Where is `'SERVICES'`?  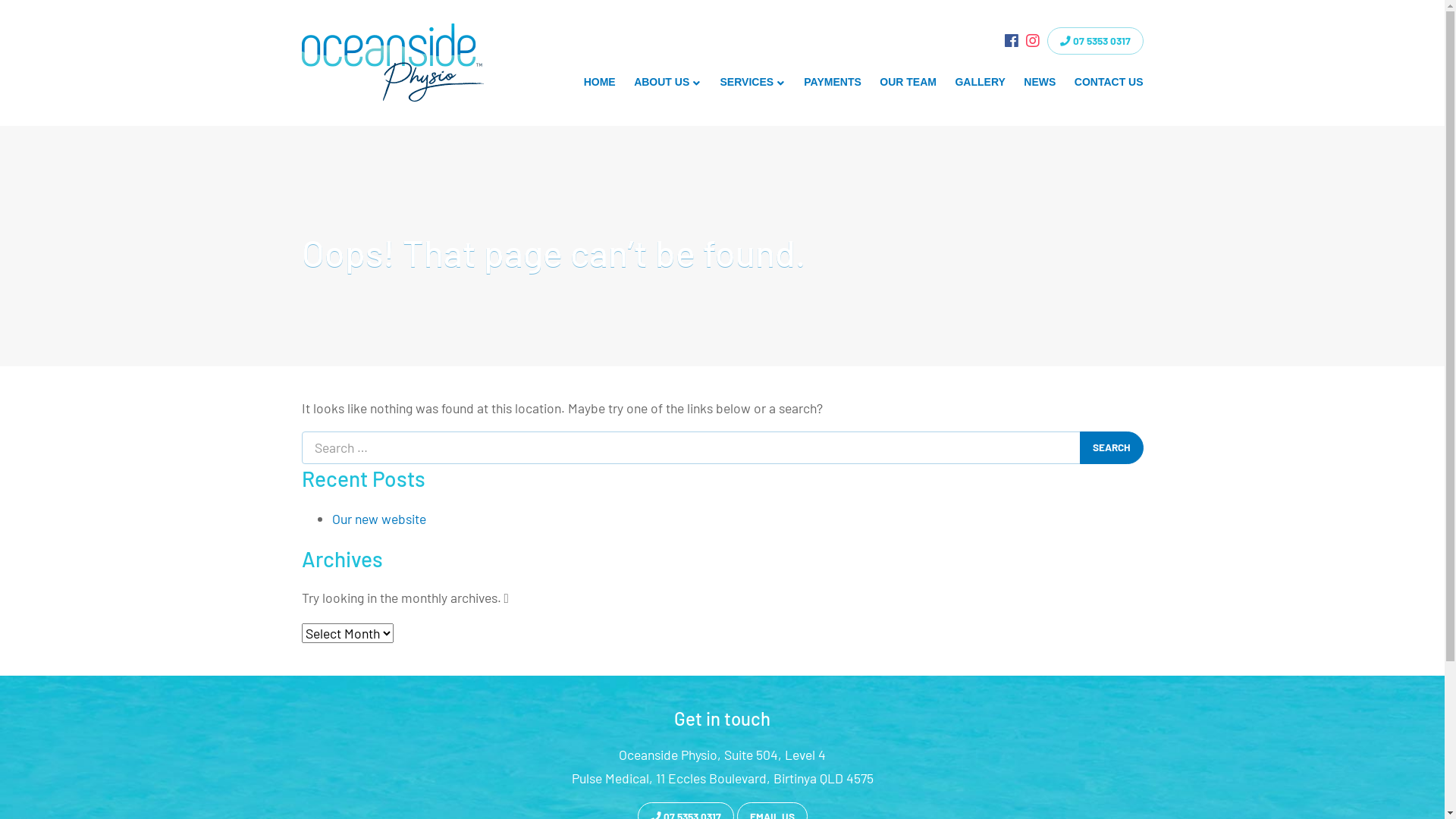 'SERVICES' is located at coordinates (752, 82).